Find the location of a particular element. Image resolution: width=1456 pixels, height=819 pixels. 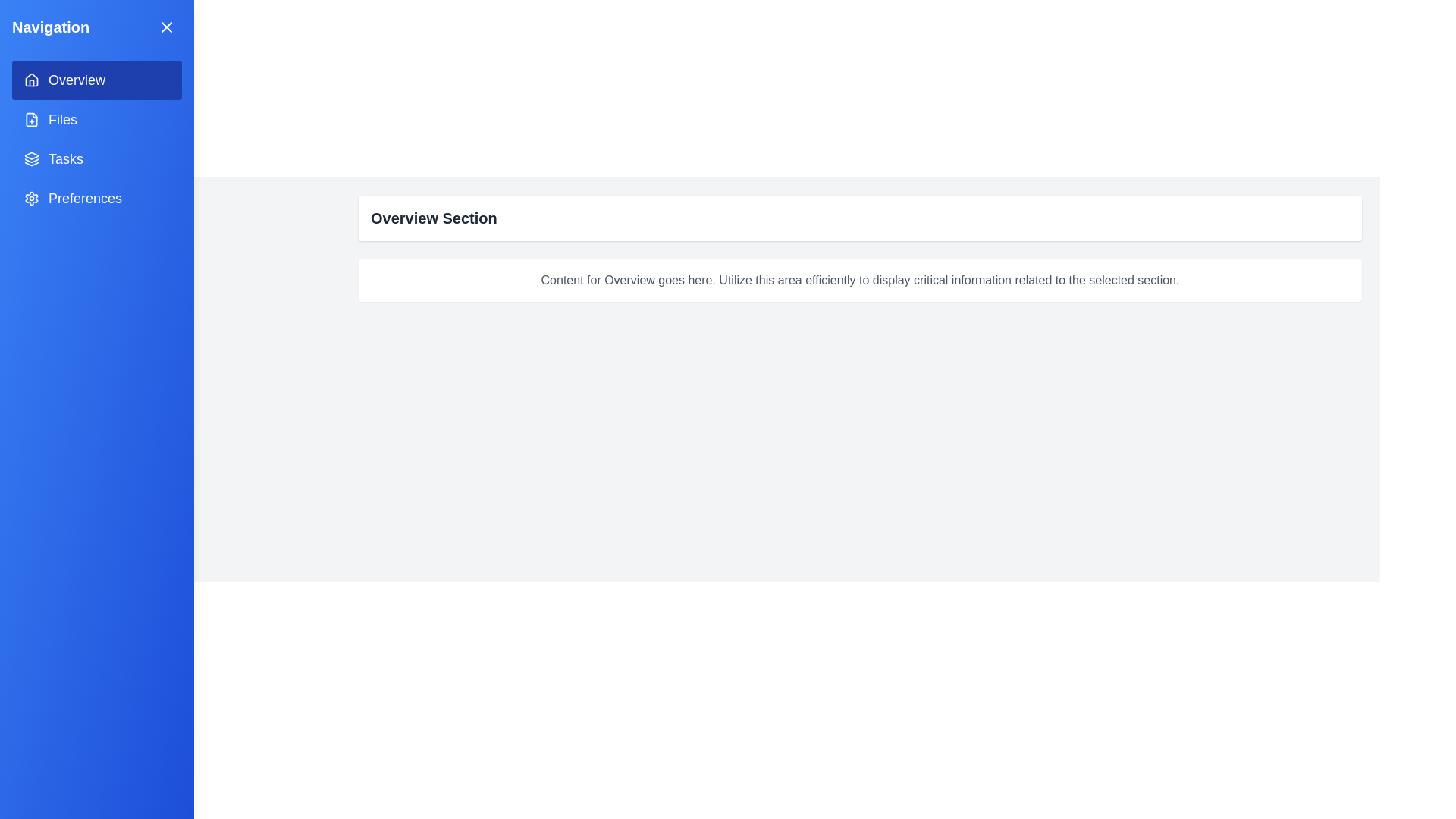

the close button (X icon) in the top-right corner of the navigation drawer to toggle its visibility is located at coordinates (167, 27).